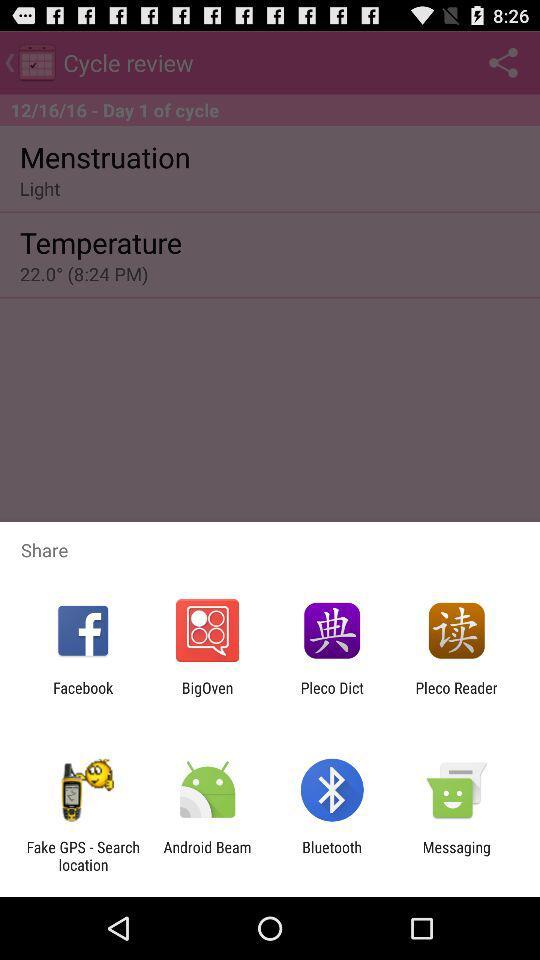  I want to click on app next to bluetooth item, so click(206, 855).